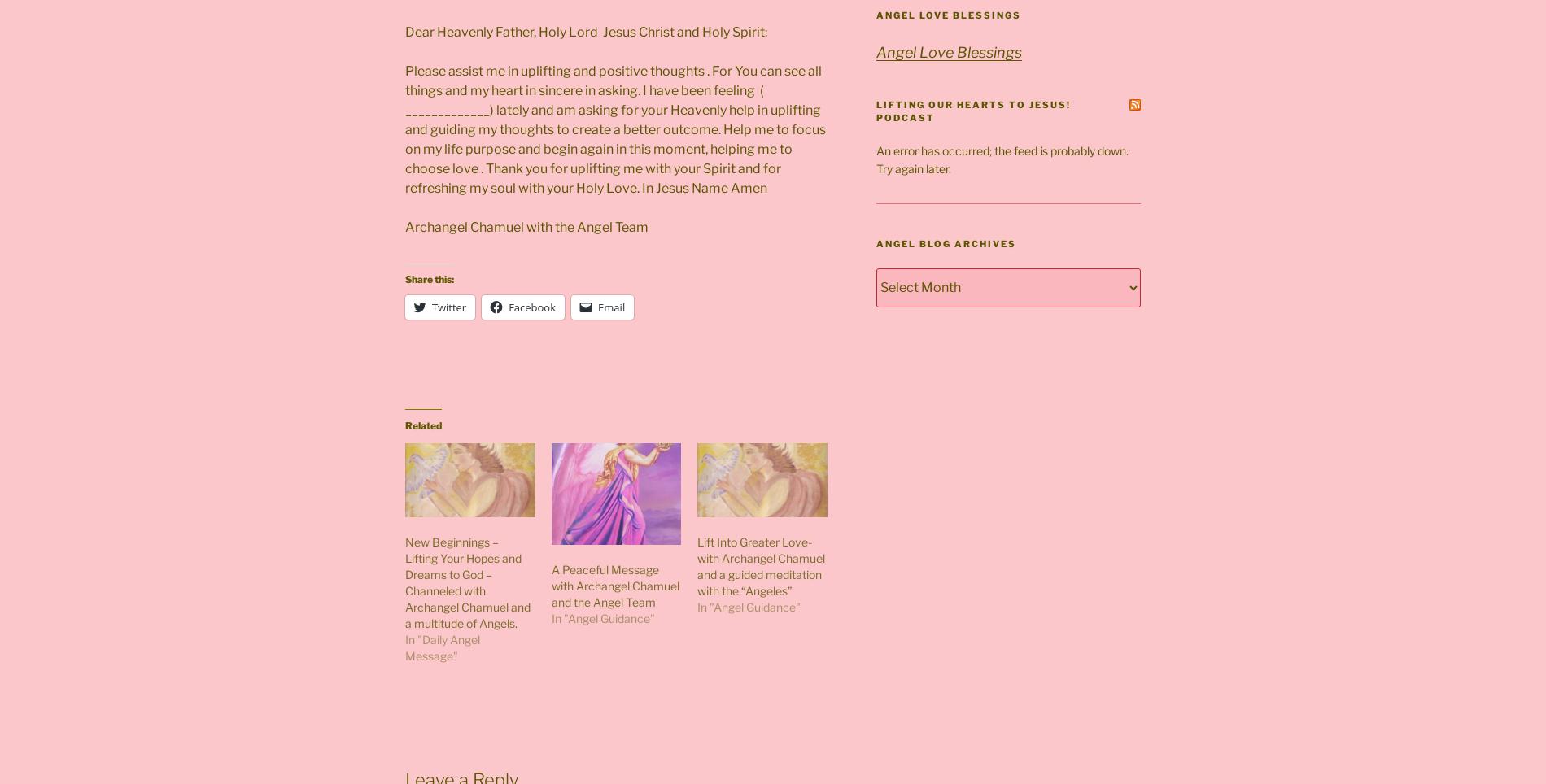 This screenshot has height=784, width=1546. I want to click on 'Related', so click(423, 424).